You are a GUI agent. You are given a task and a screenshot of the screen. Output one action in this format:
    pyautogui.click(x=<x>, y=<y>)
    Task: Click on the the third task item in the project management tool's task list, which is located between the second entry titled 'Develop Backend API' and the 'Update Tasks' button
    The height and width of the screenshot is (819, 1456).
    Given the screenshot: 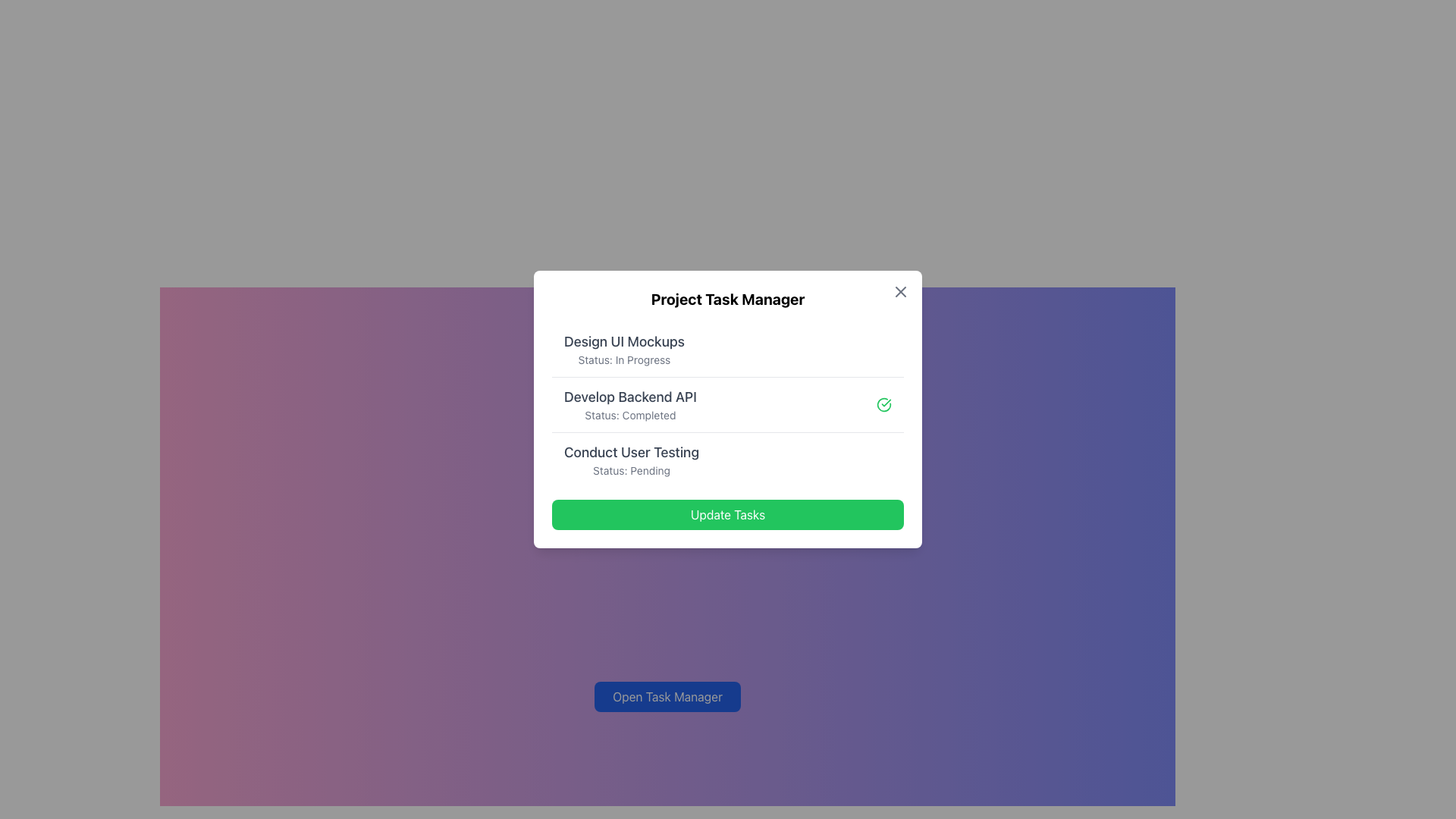 What is the action you would take?
    pyautogui.click(x=728, y=459)
    